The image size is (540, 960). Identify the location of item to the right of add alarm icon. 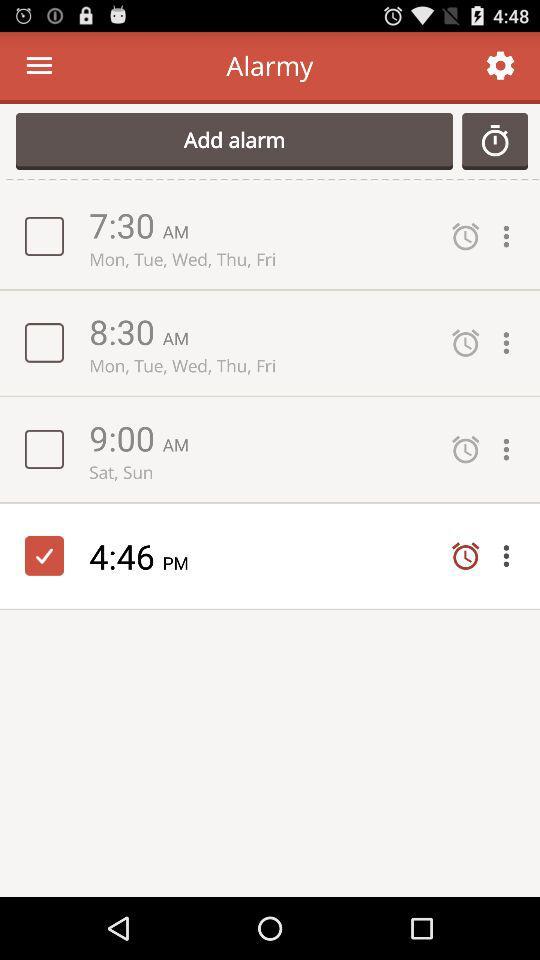
(494, 140).